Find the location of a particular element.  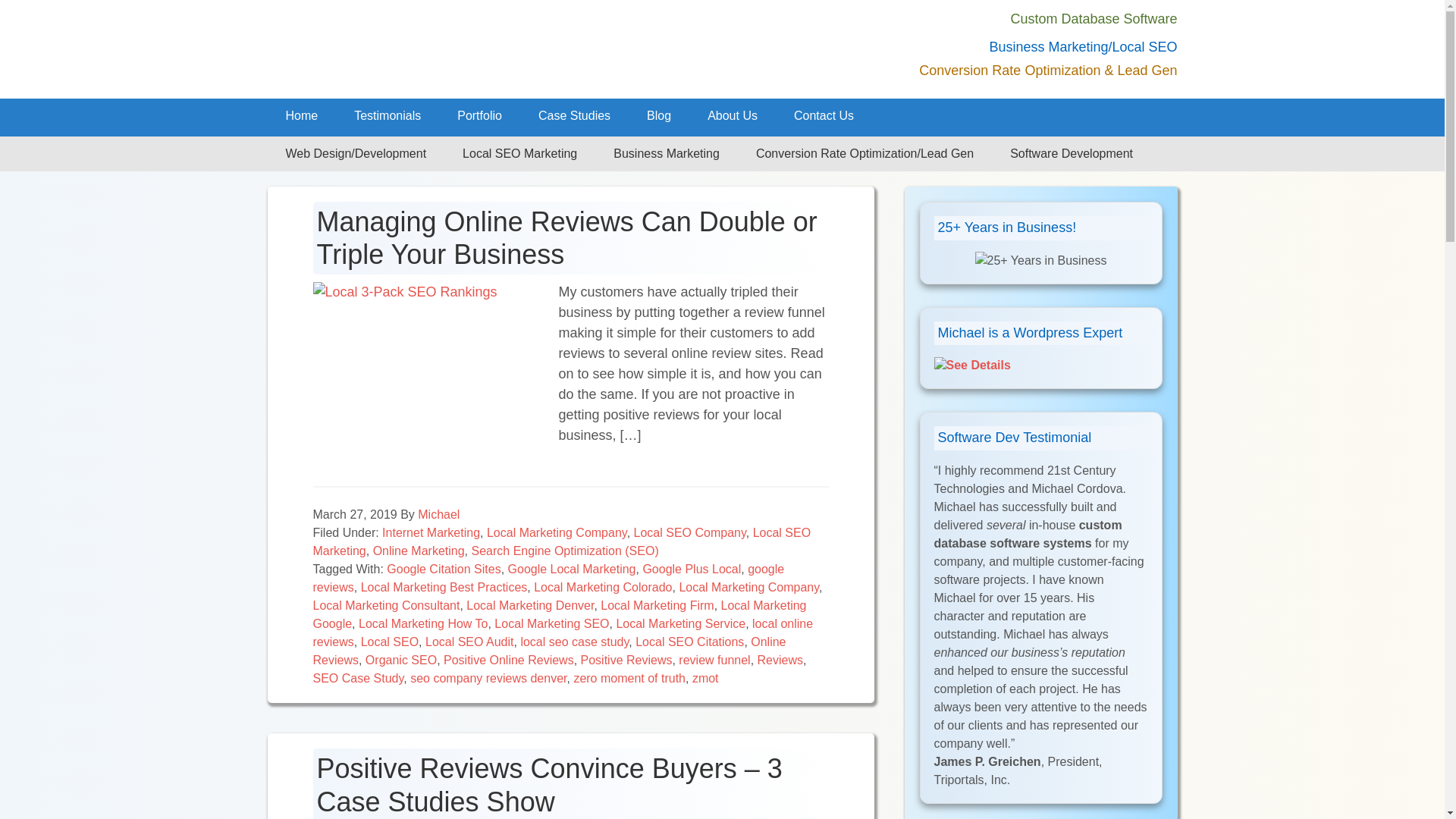

'Local SEO Audit' is located at coordinates (469, 642).